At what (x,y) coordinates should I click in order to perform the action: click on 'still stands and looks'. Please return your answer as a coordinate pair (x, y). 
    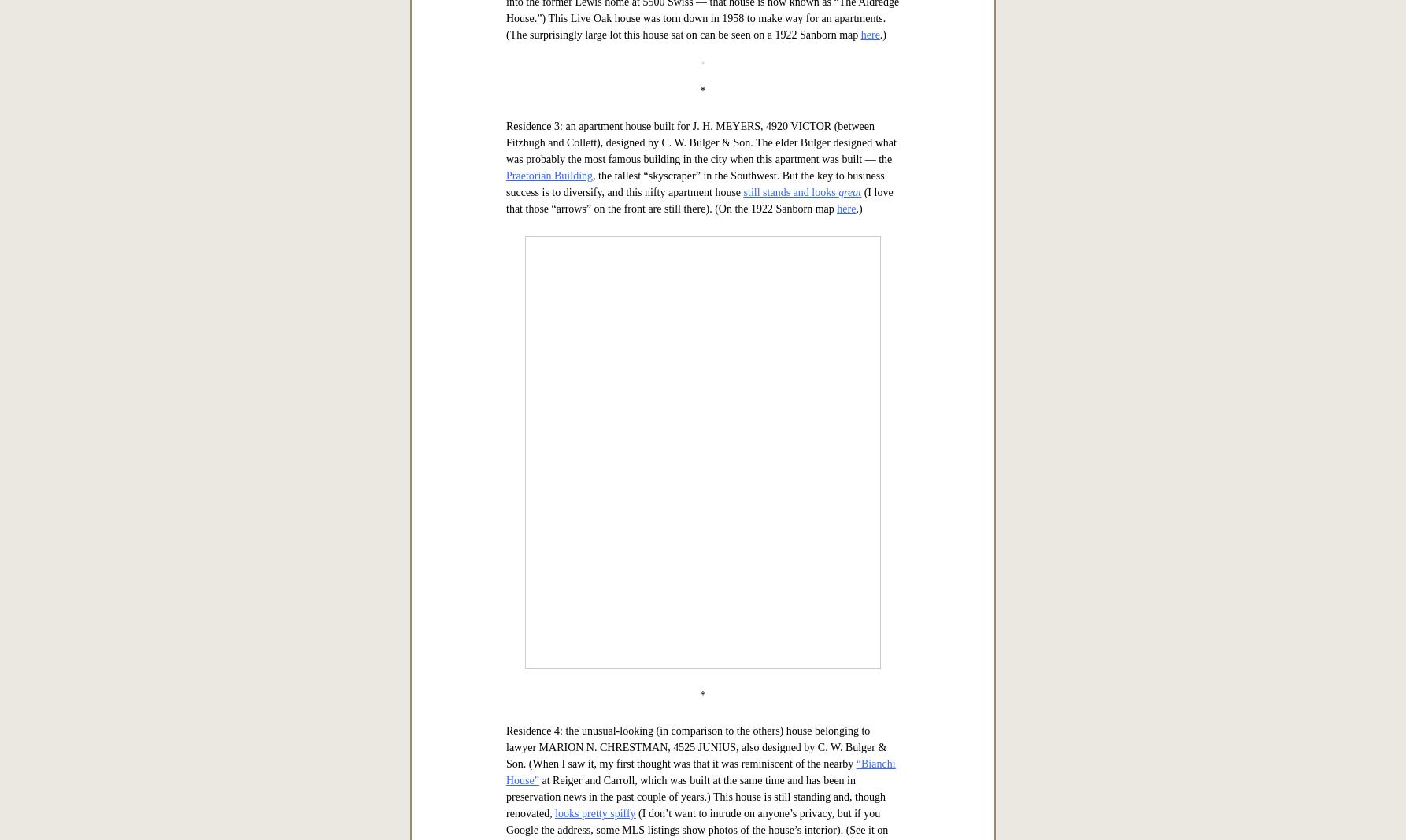
    Looking at the image, I should click on (790, 685).